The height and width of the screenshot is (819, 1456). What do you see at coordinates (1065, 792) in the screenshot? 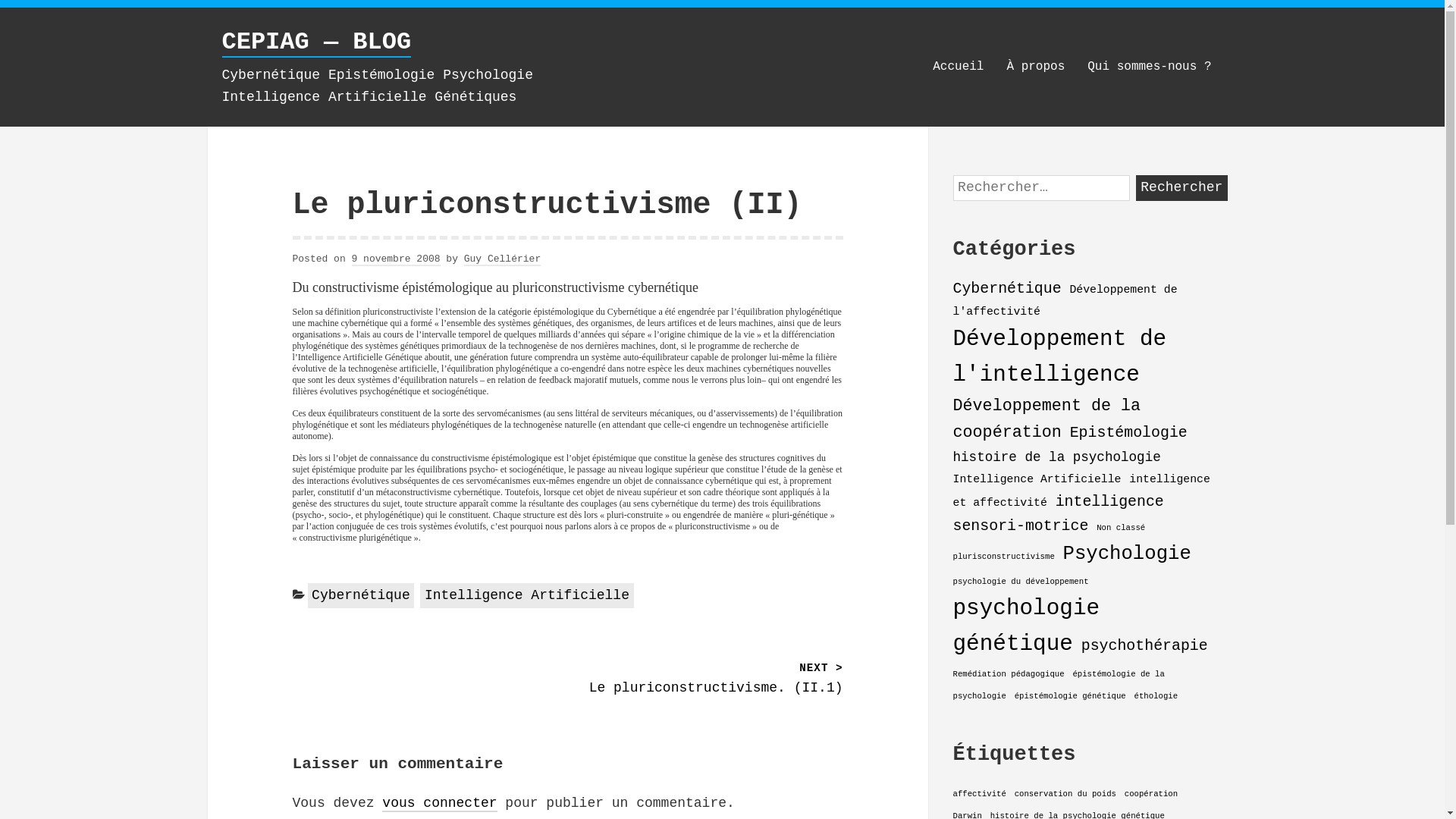
I see `'conservation du poids'` at bounding box center [1065, 792].